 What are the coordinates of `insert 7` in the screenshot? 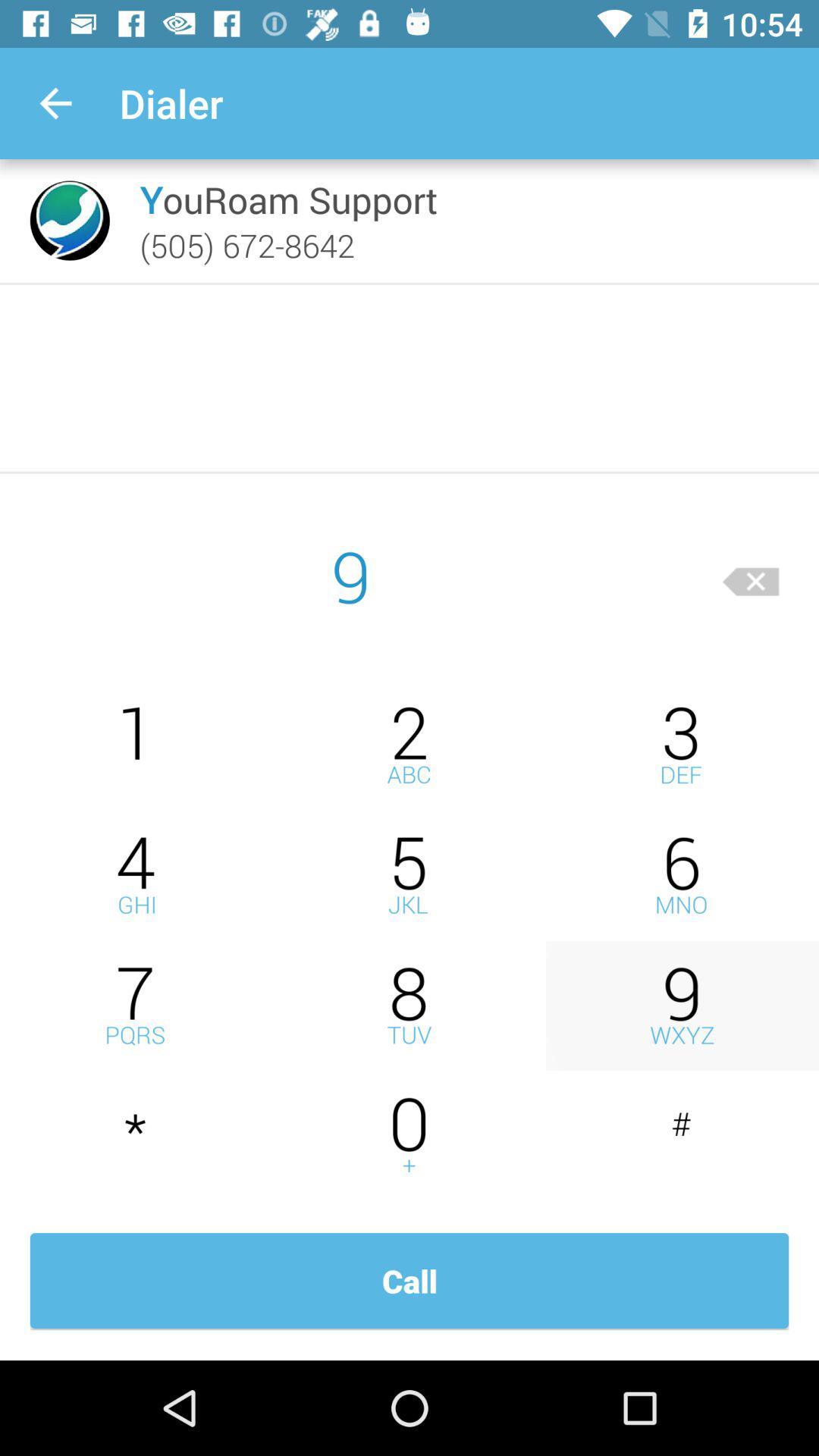 It's located at (136, 1006).